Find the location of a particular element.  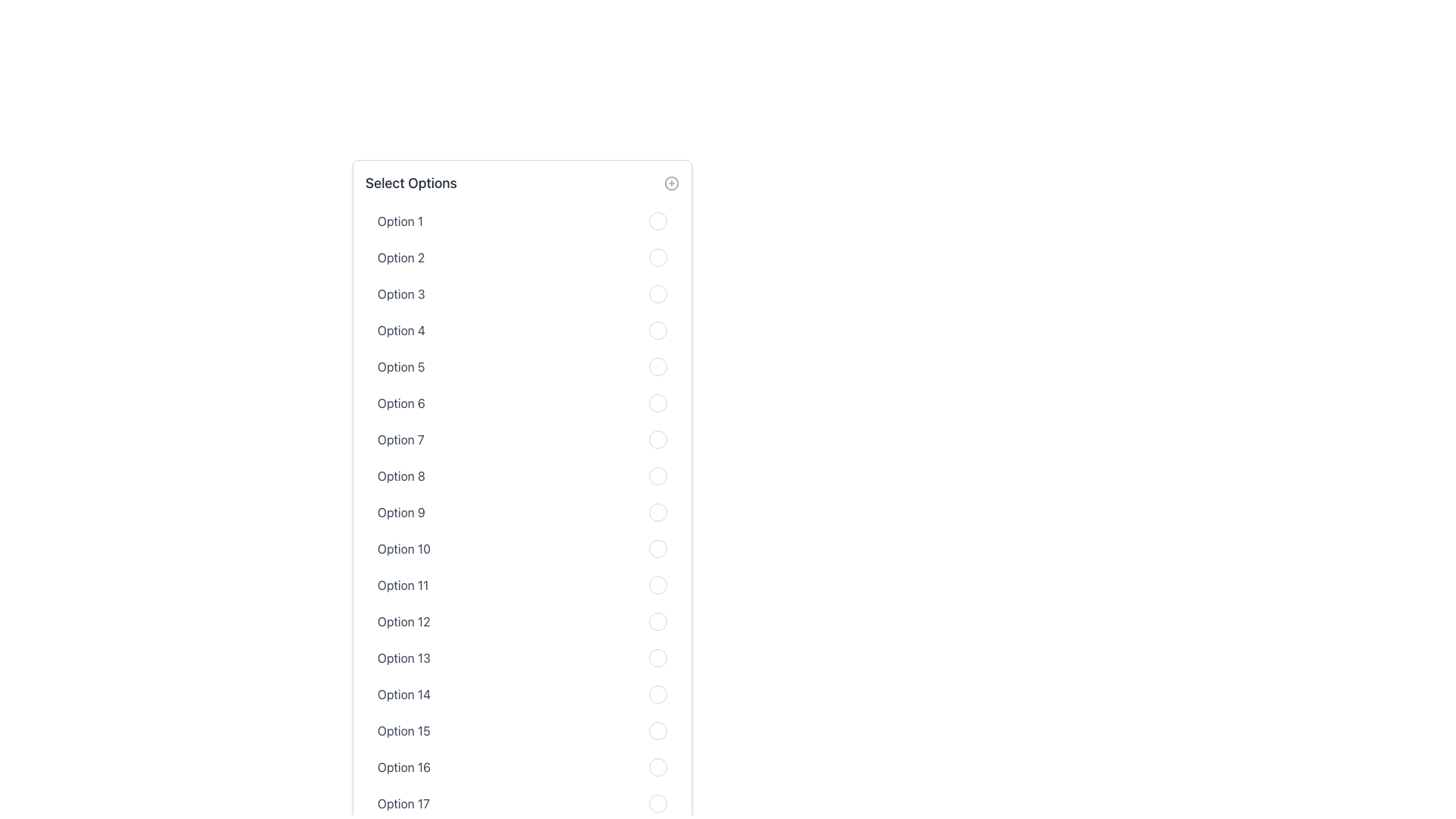

the circular indicator button located to the right of the text 'Option 13' is located at coordinates (658, 657).